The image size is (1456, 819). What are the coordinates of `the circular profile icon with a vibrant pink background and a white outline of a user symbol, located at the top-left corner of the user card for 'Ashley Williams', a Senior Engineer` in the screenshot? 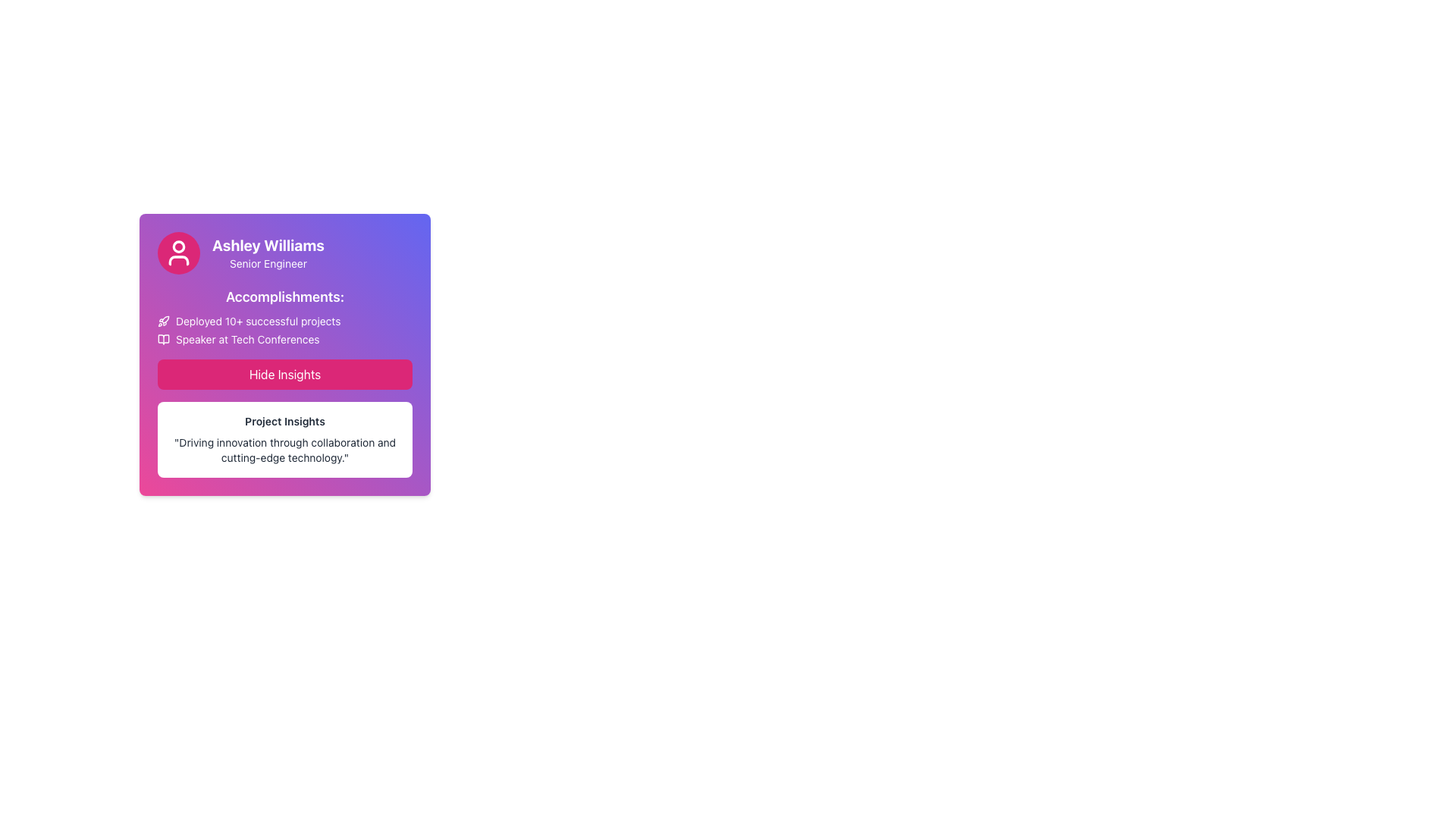 It's located at (178, 253).